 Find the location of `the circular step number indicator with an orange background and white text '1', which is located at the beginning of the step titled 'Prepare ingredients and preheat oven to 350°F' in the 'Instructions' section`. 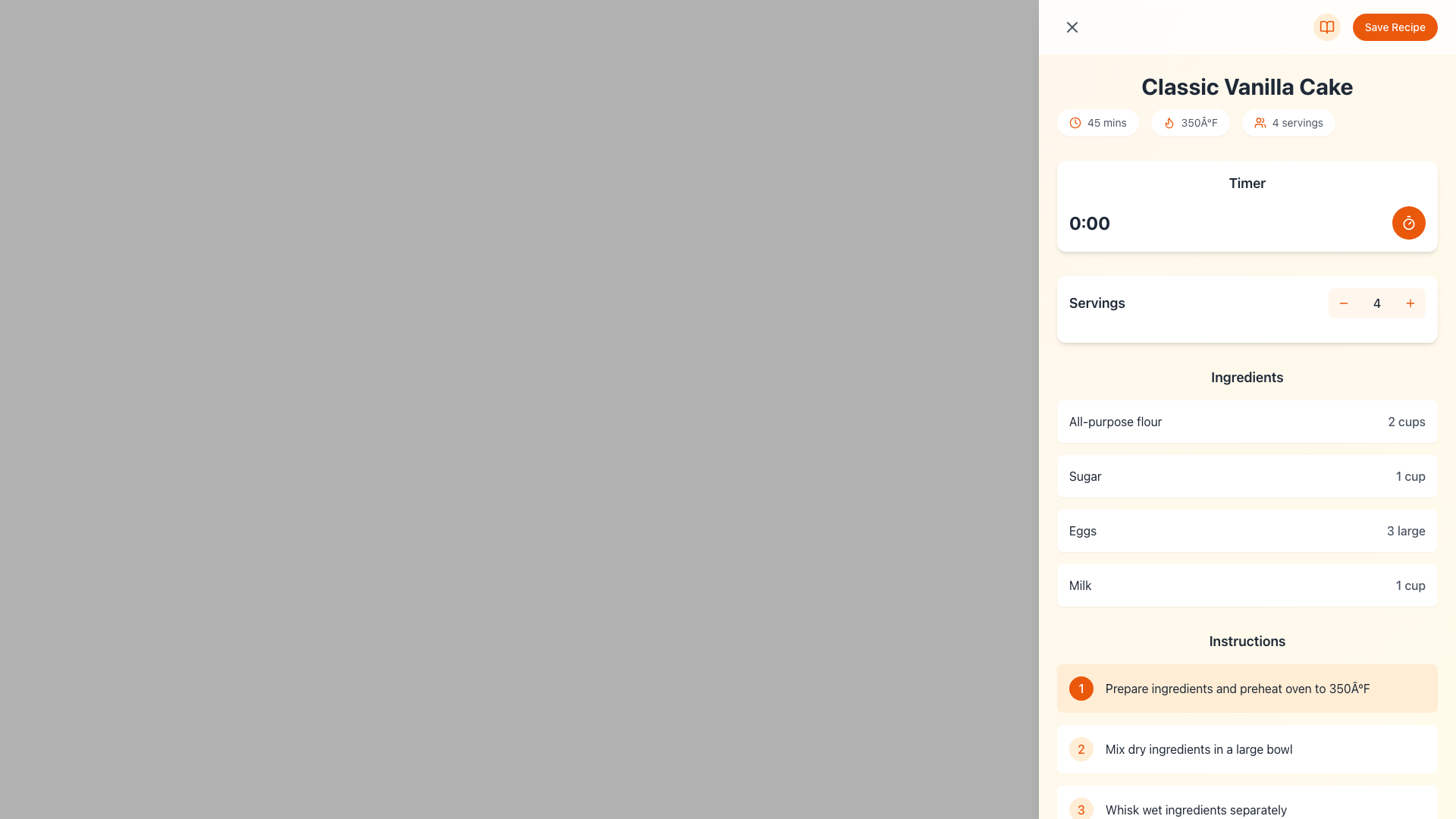

the circular step number indicator with an orange background and white text '1', which is located at the beginning of the step titled 'Prepare ingredients and preheat oven to 350°F' in the 'Instructions' section is located at coordinates (1080, 688).